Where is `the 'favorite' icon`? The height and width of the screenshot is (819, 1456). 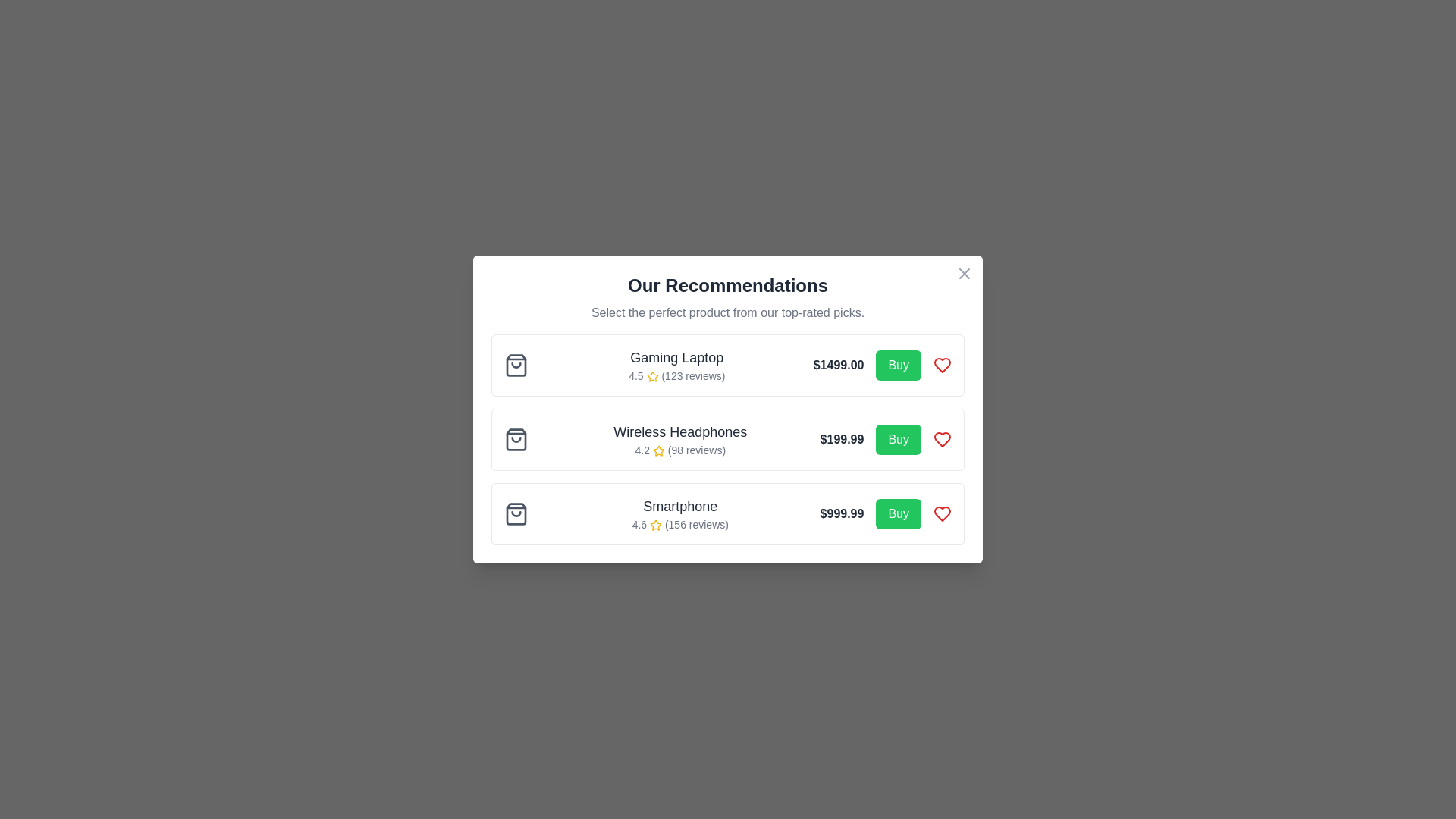
the 'favorite' icon is located at coordinates (942, 439).